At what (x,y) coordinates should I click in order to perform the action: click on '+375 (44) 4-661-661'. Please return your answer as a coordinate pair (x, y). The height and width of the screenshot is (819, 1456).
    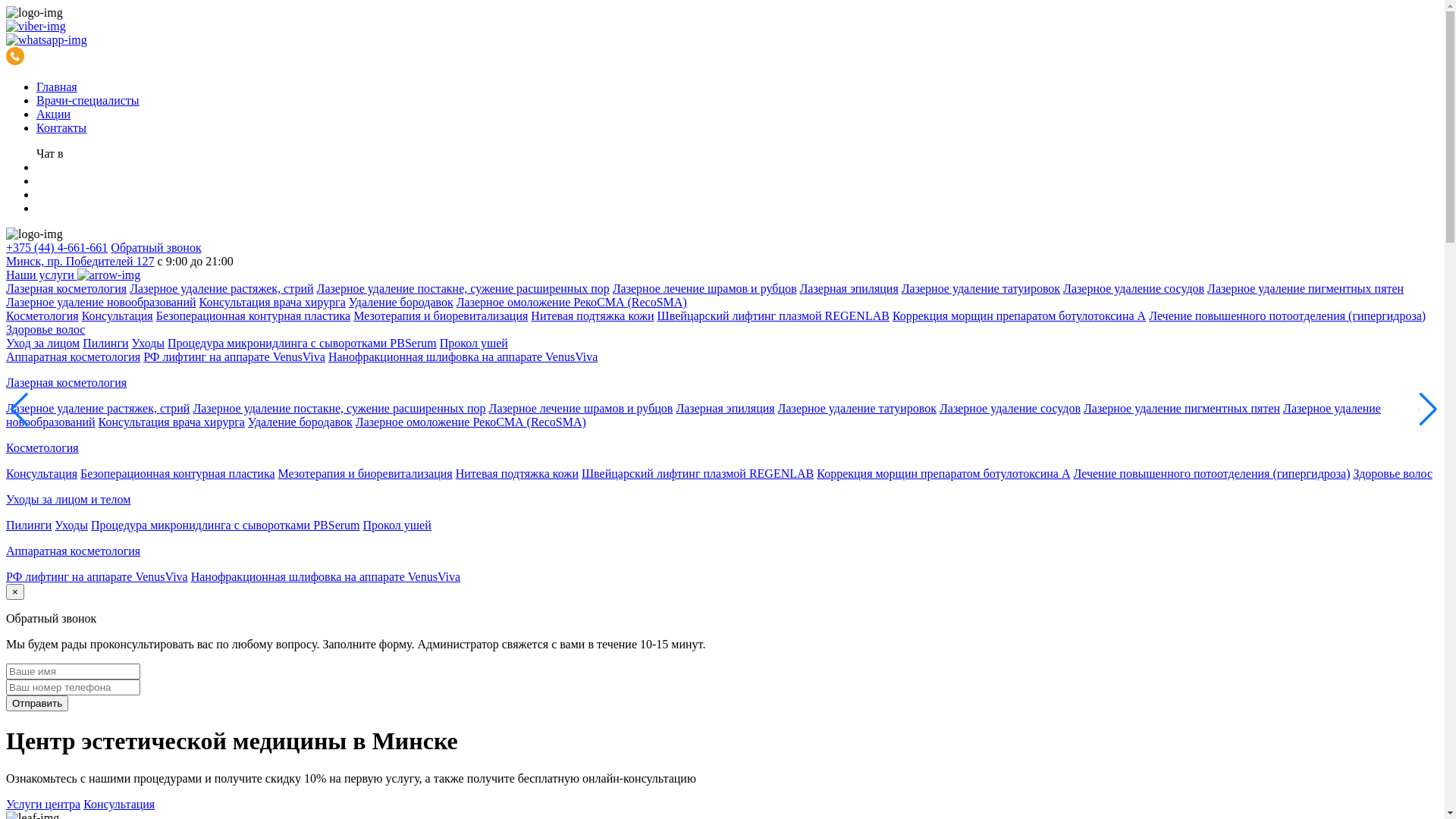
    Looking at the image, I should click on (6, 246).